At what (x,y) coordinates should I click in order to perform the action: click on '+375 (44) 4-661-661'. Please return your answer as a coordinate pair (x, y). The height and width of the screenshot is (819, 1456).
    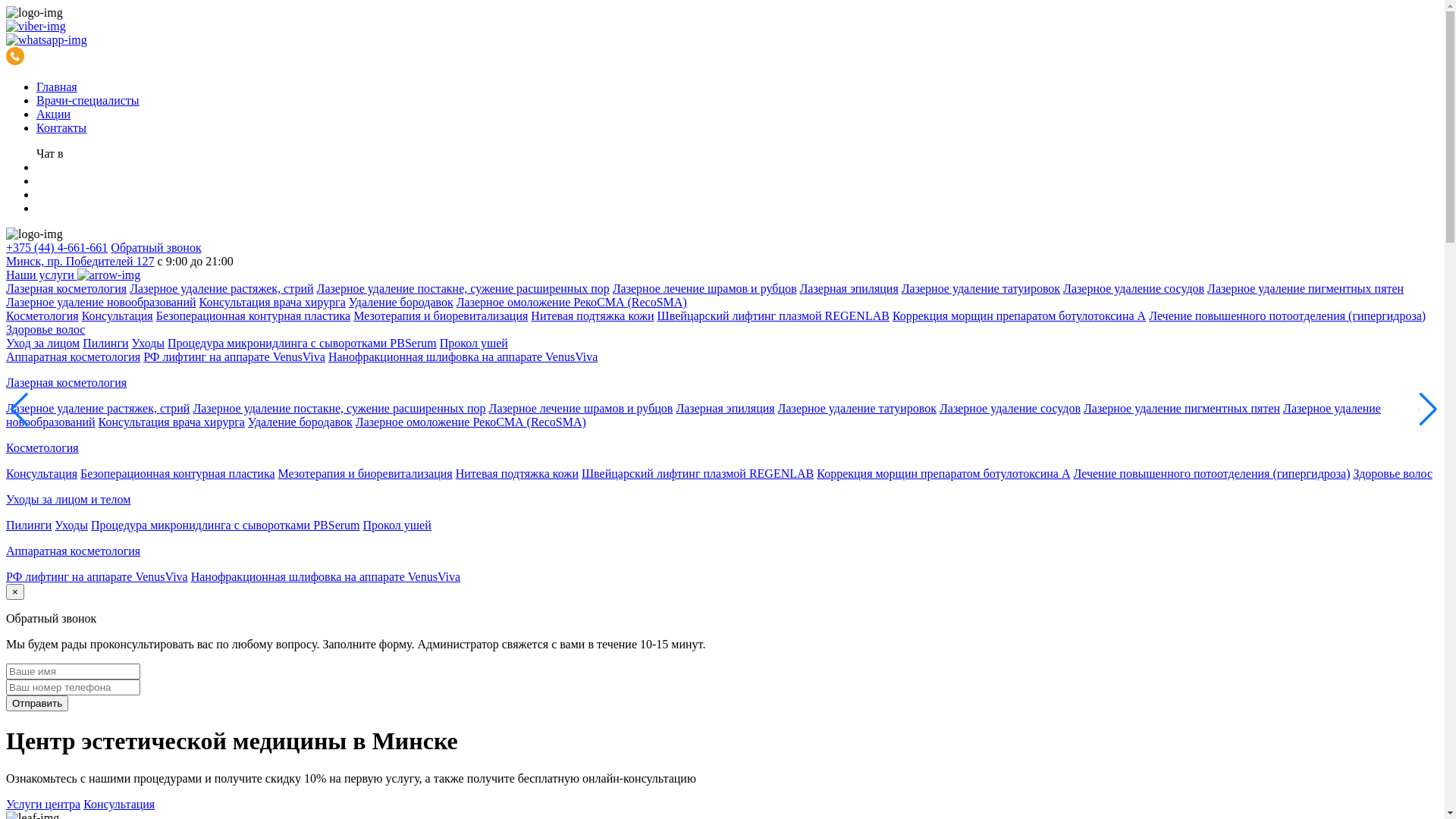
    Looking at the image, I should click on (6, 246).